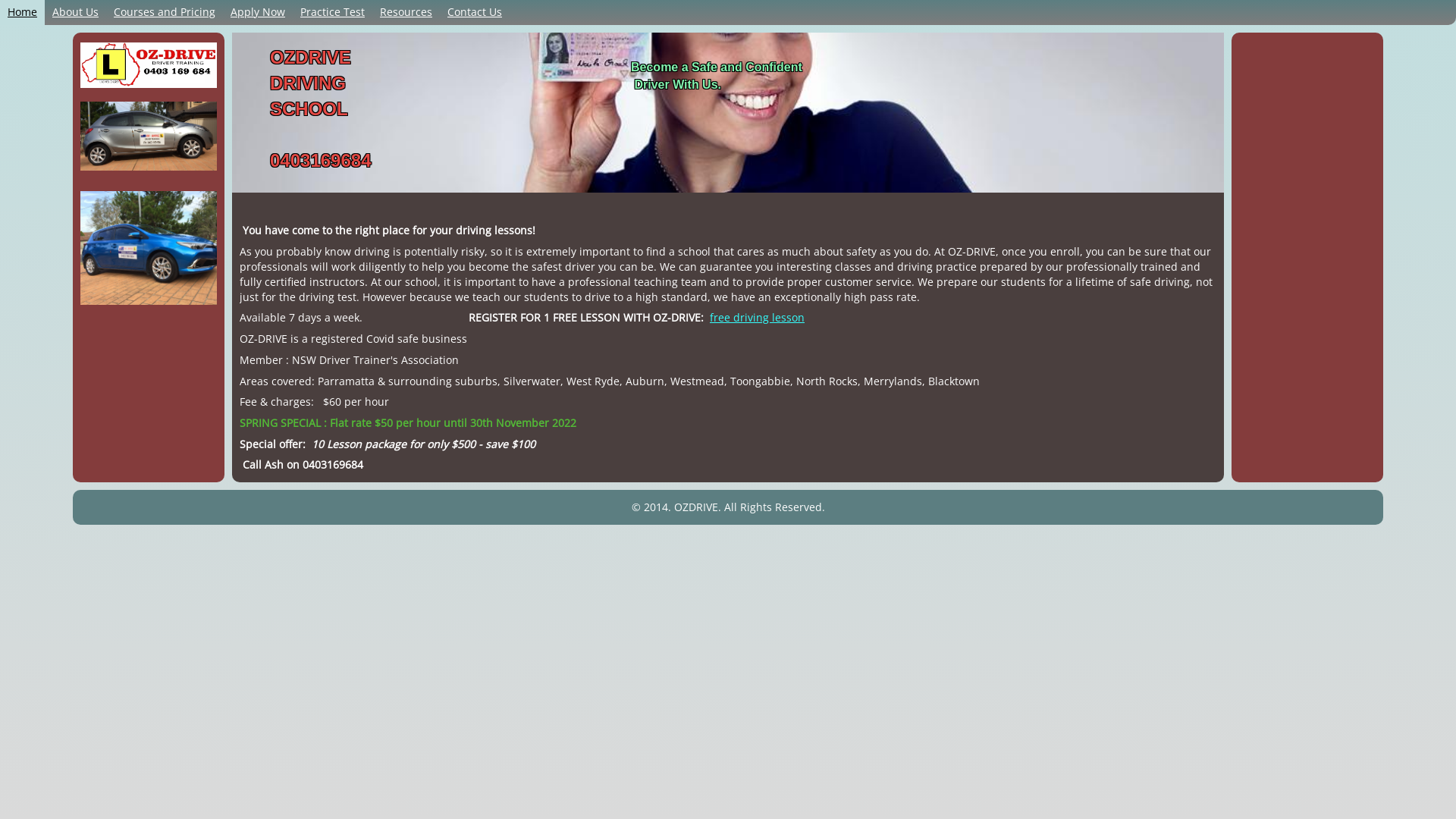 The height and width of the screenshot is (819, 1456). I want to click on 'Apply Now', so click(258, 12).